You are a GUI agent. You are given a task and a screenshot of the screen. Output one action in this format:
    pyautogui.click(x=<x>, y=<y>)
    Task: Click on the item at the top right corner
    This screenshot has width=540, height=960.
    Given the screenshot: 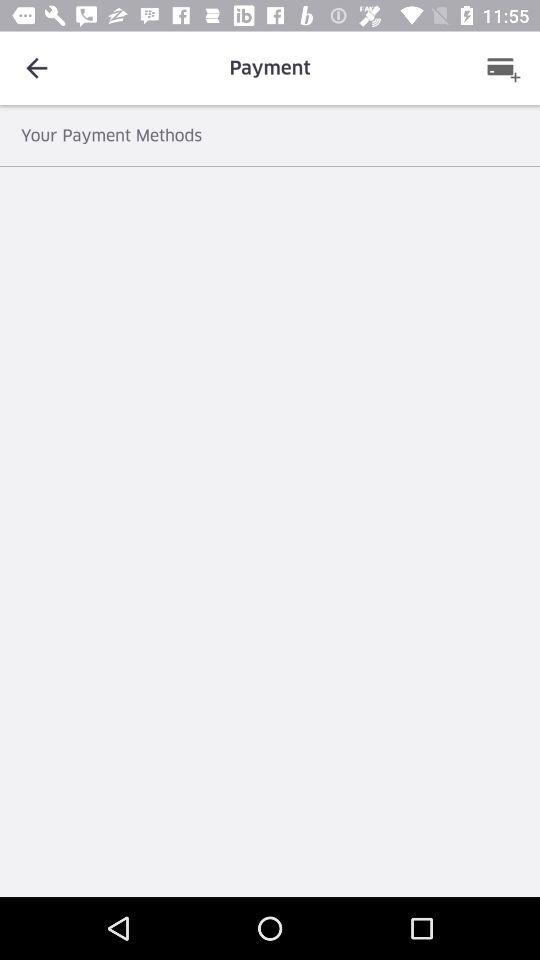 What is the action you would take?
    pyautogui.click(x=502, y=68)
    